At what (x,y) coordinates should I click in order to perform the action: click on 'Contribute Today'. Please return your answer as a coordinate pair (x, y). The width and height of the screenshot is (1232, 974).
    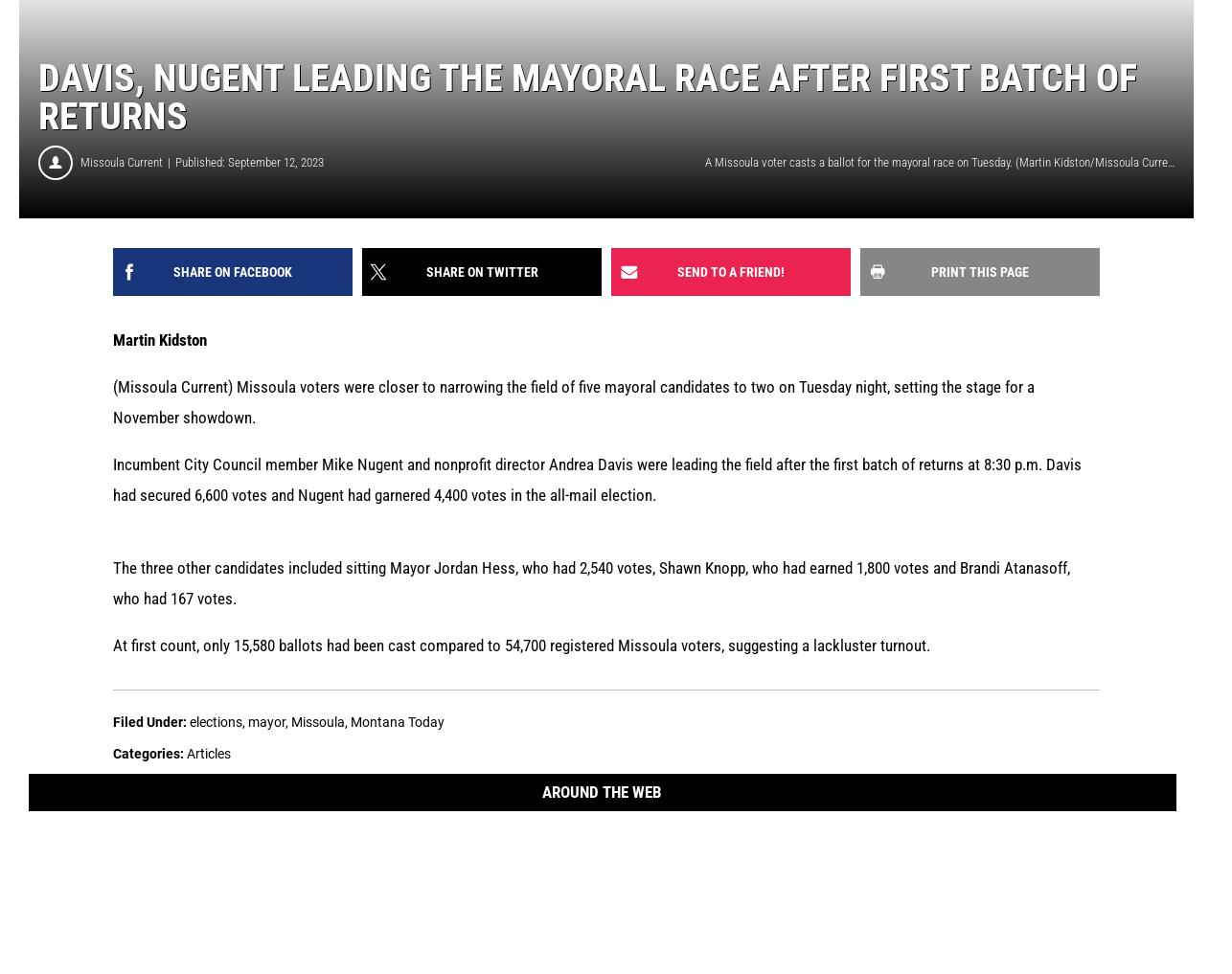
    Looking at the image, I should click on (768, 874).